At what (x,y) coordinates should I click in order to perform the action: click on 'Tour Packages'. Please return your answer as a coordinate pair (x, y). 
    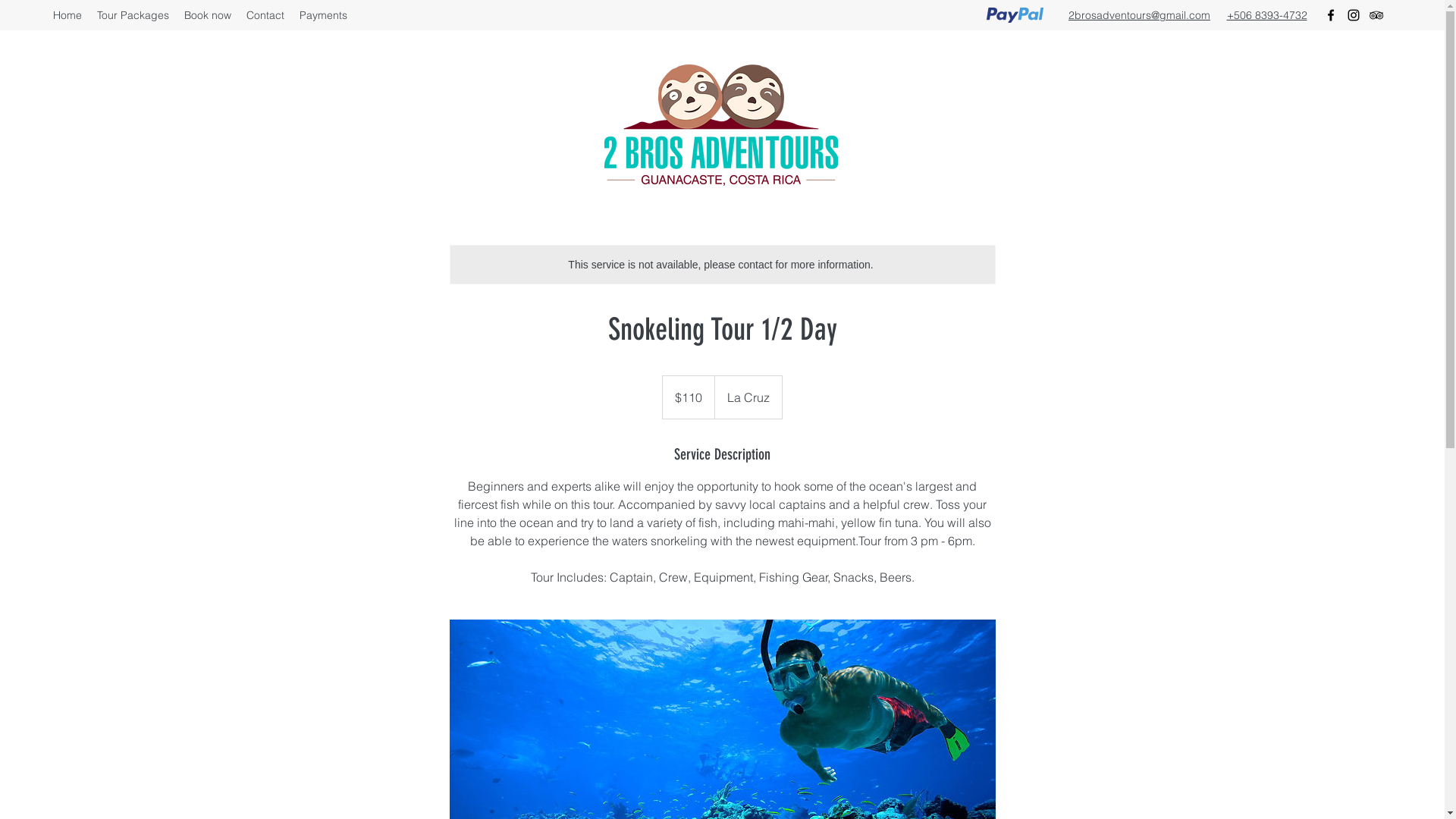
    Looking at the image, I should click on (89, 14).